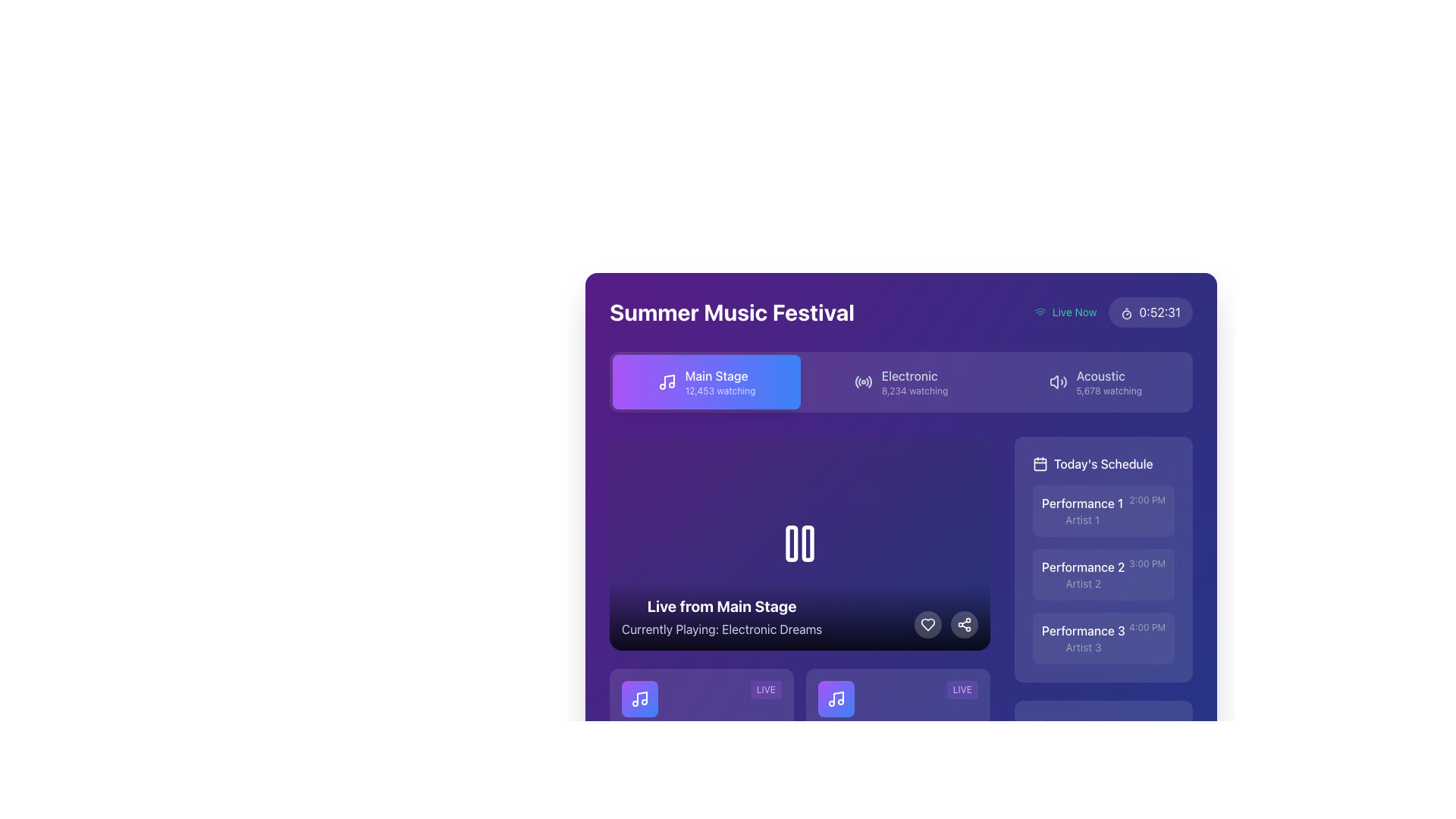 The width and height of the screenshot is (1456, 819). I want to click on the second entry in the 'Today's Schedule' list, titled 'Performance 2', to trigger a visual response, so click(1103, 575).